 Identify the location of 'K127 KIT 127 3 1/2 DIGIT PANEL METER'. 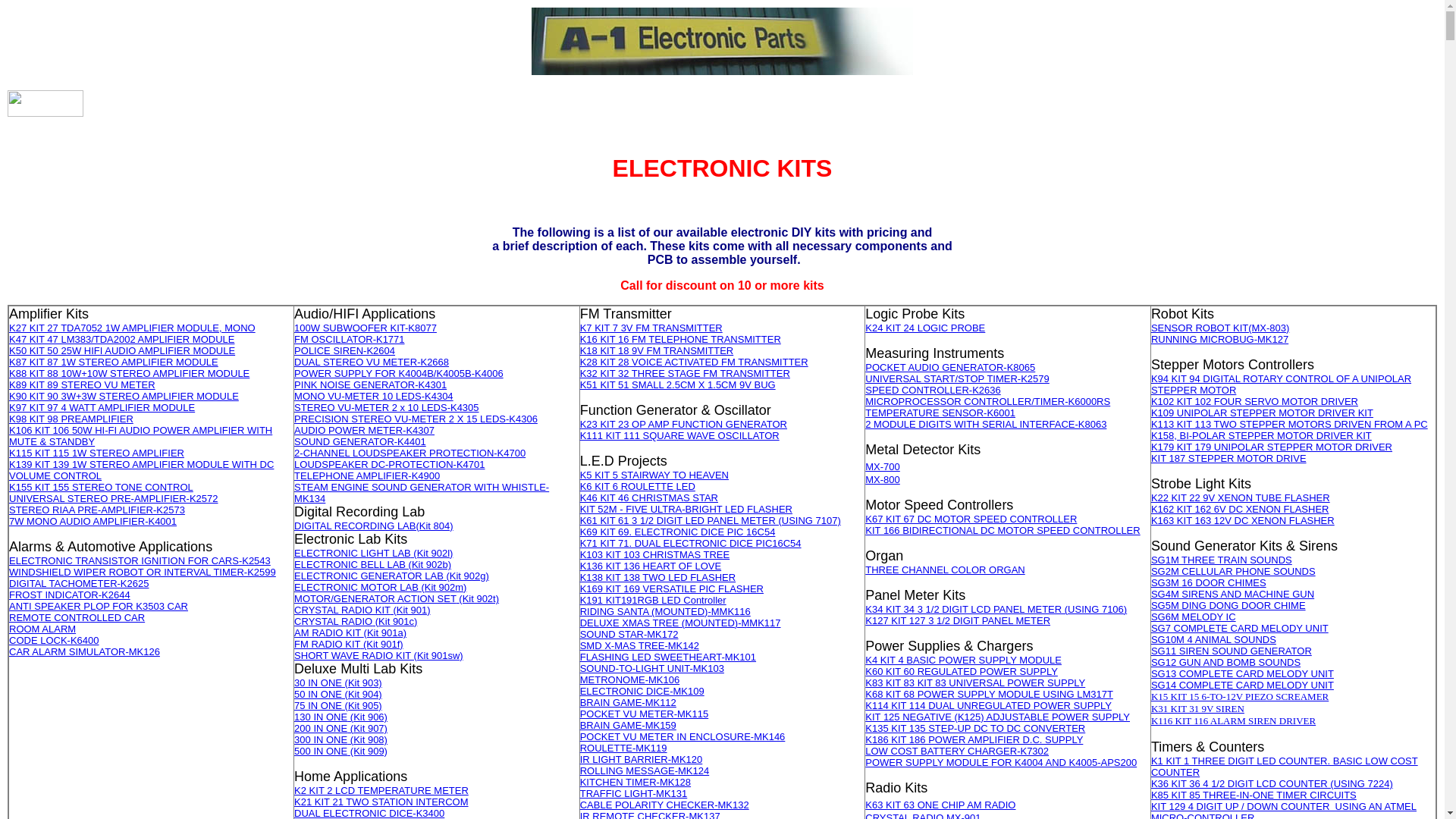
(865, 620).